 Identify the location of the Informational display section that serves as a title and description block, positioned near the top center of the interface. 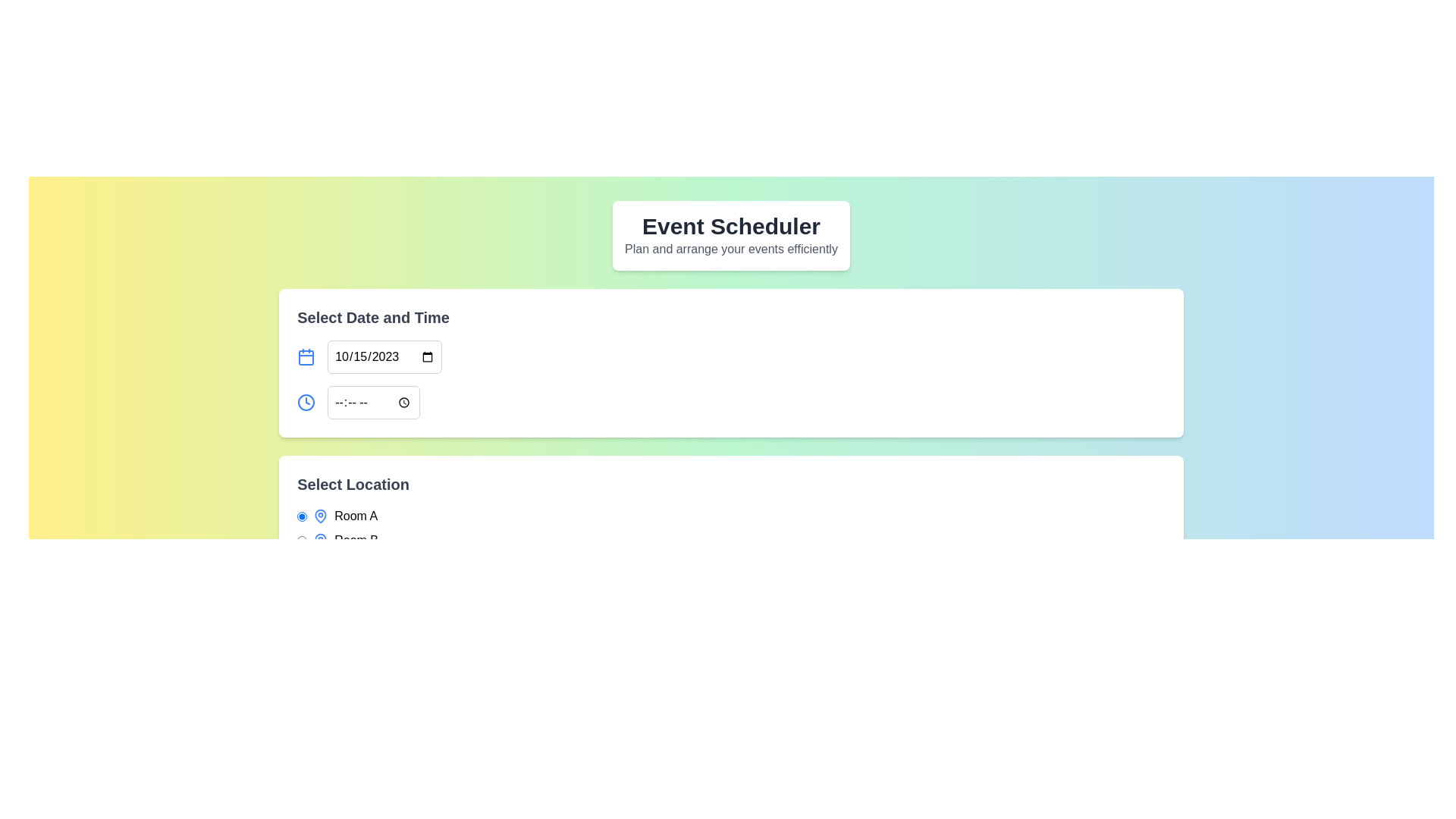
(731, 236).